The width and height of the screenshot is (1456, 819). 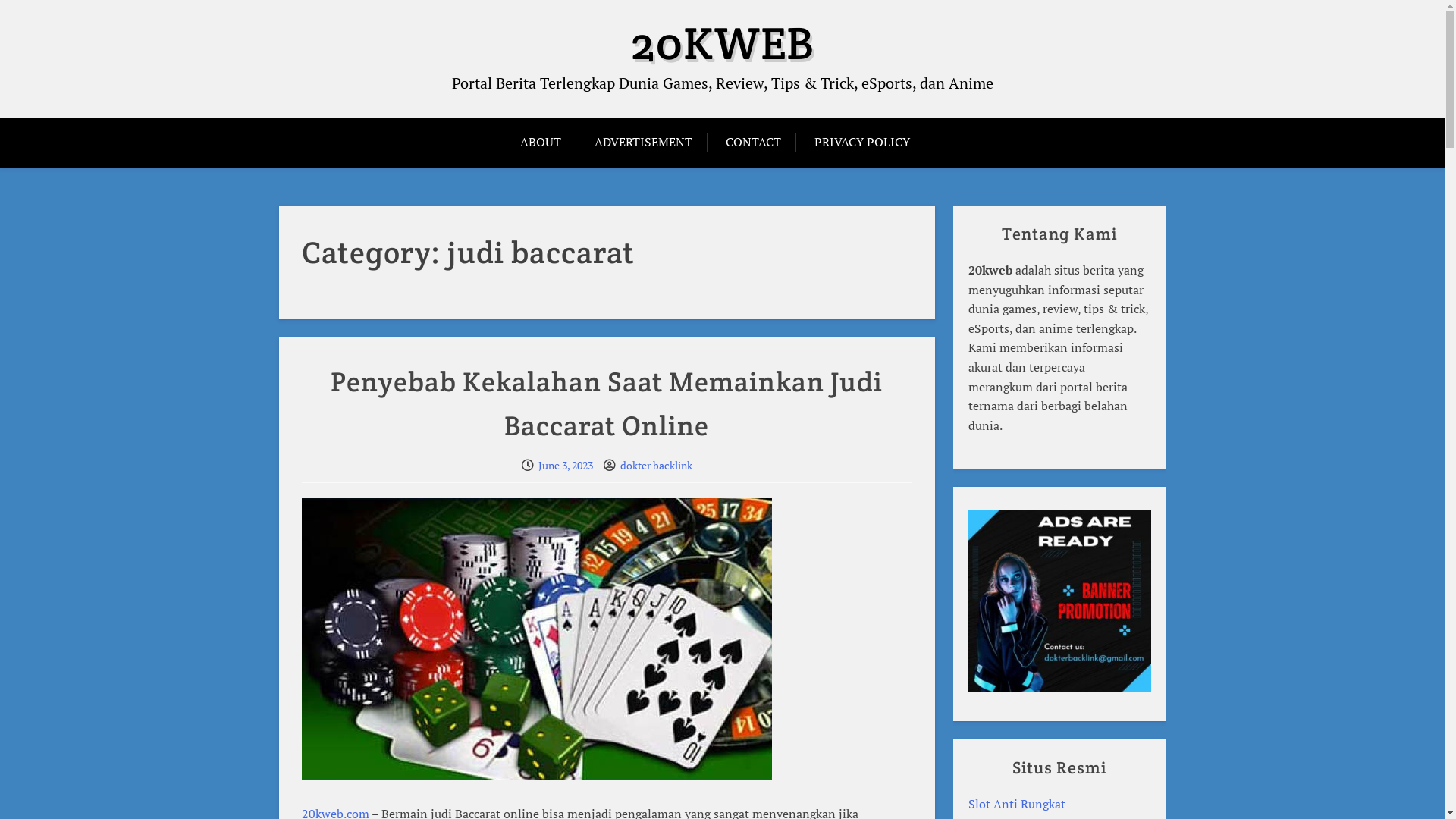 I want to click on 'ADVERTISEMENT', so click(x=643, y=143).